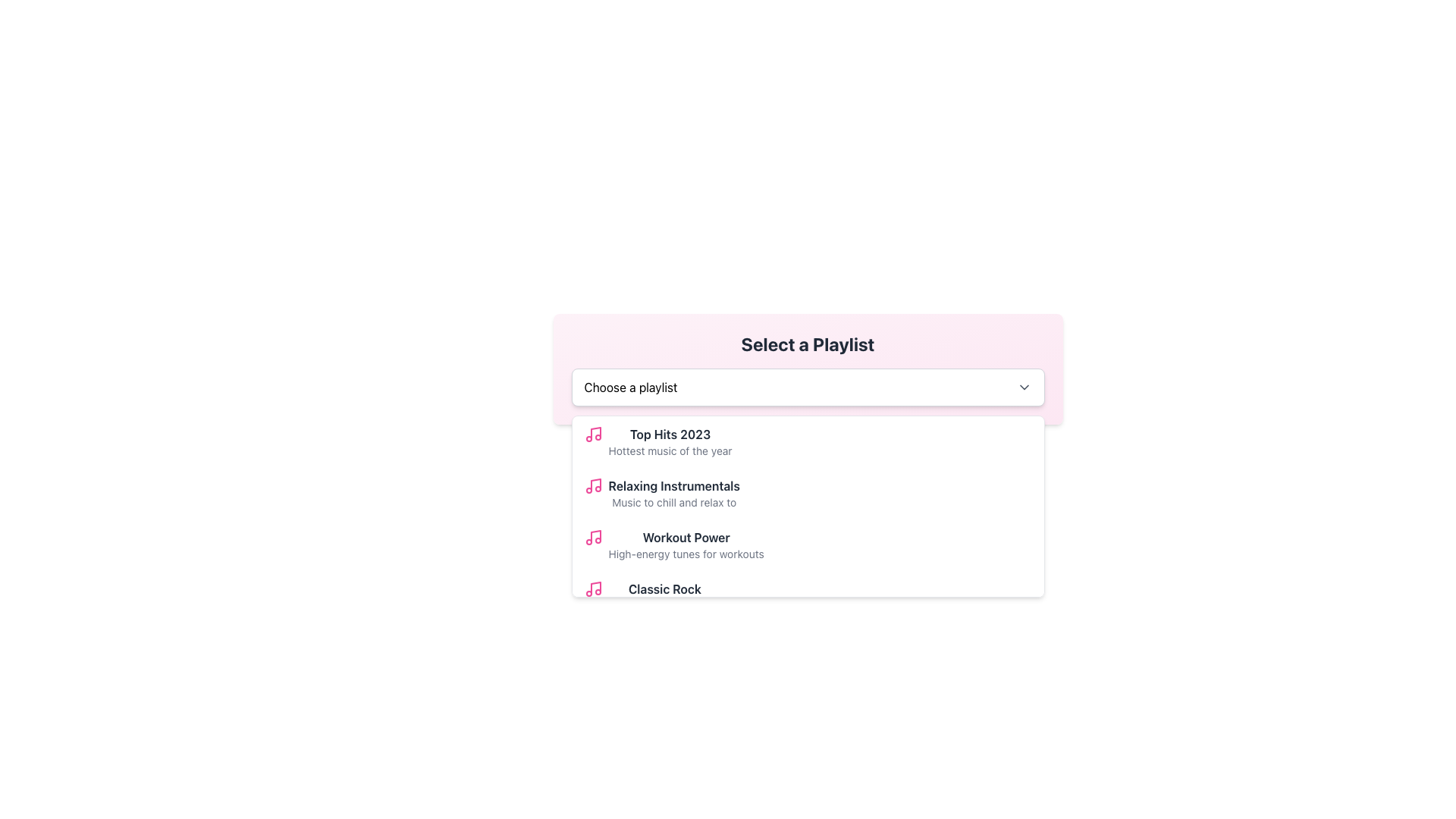 The height and width of the screenshot is (819, 1456). What do you see at coordinates (664, 595) in the screenshot?
I see `the list item labeled 'Classic Rock'` at bounding box center [664, 595].